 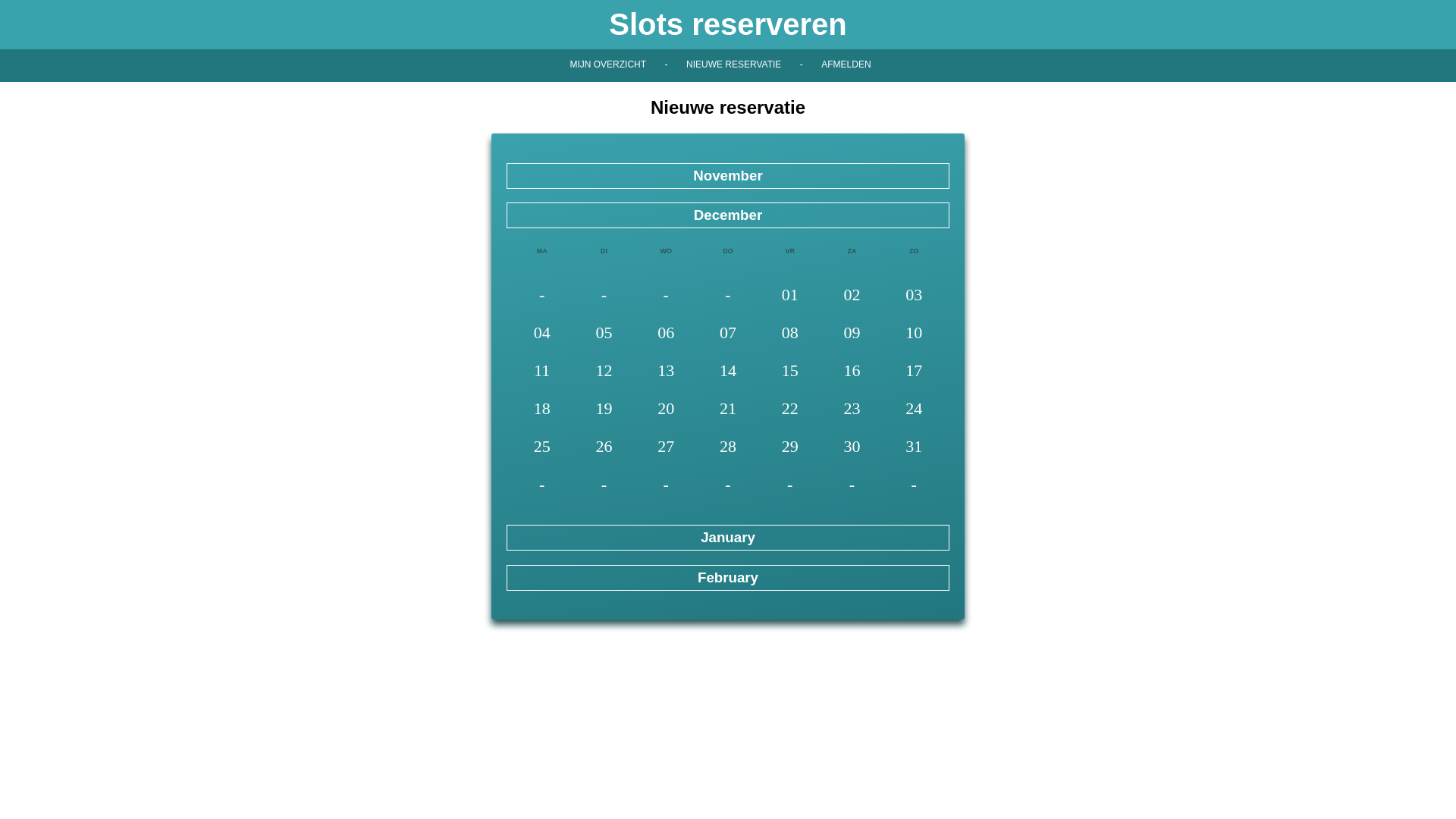 What do you see at coordinates (852, 447) in the screenshot?
I see `'30'` at bounding box center [852, 447].